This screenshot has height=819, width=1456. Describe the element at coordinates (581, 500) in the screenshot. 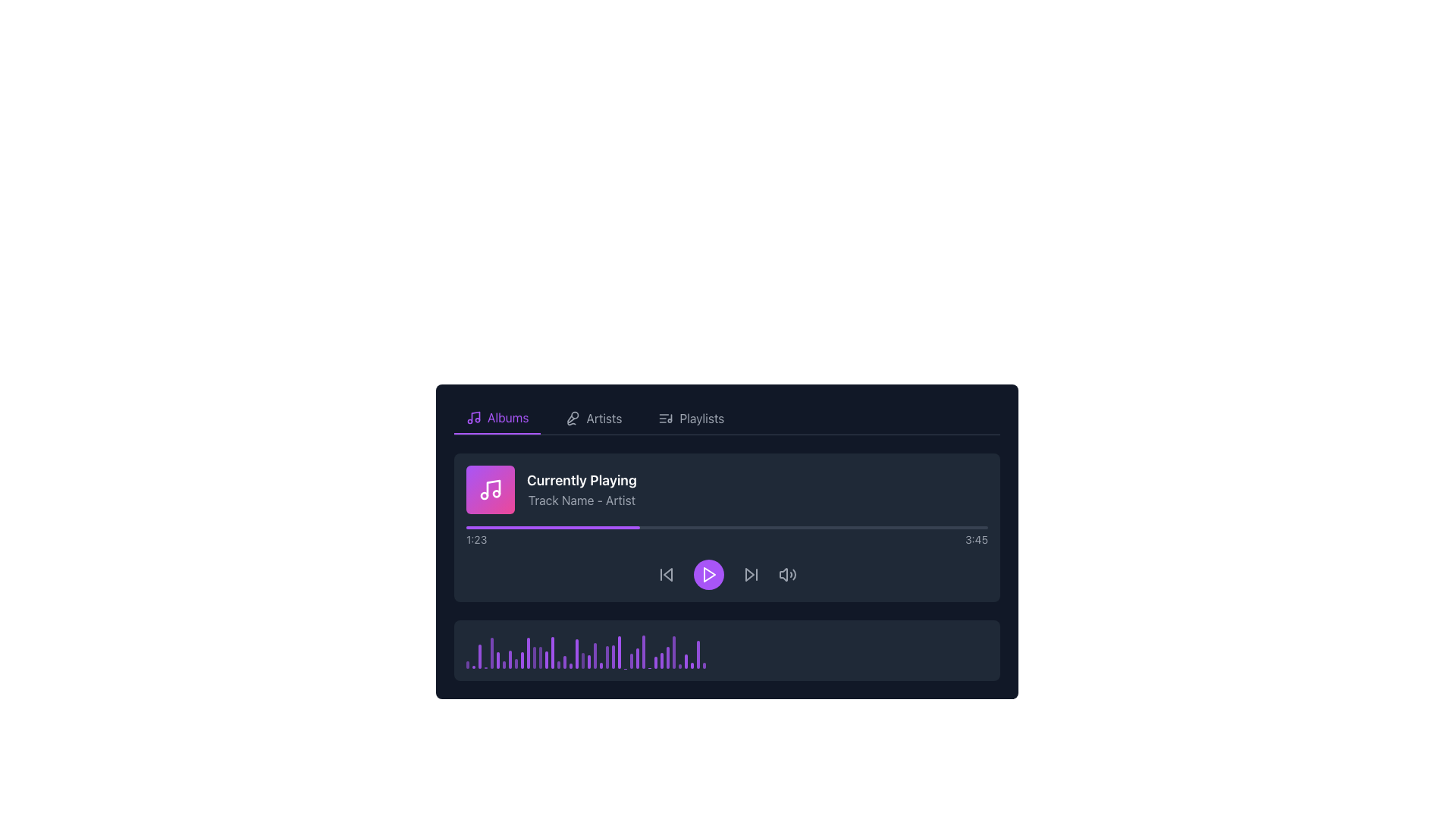

I see `the informational text displaying the track name and artist, which is located below the 'Currently Playing' label in the music player interface` at that location.